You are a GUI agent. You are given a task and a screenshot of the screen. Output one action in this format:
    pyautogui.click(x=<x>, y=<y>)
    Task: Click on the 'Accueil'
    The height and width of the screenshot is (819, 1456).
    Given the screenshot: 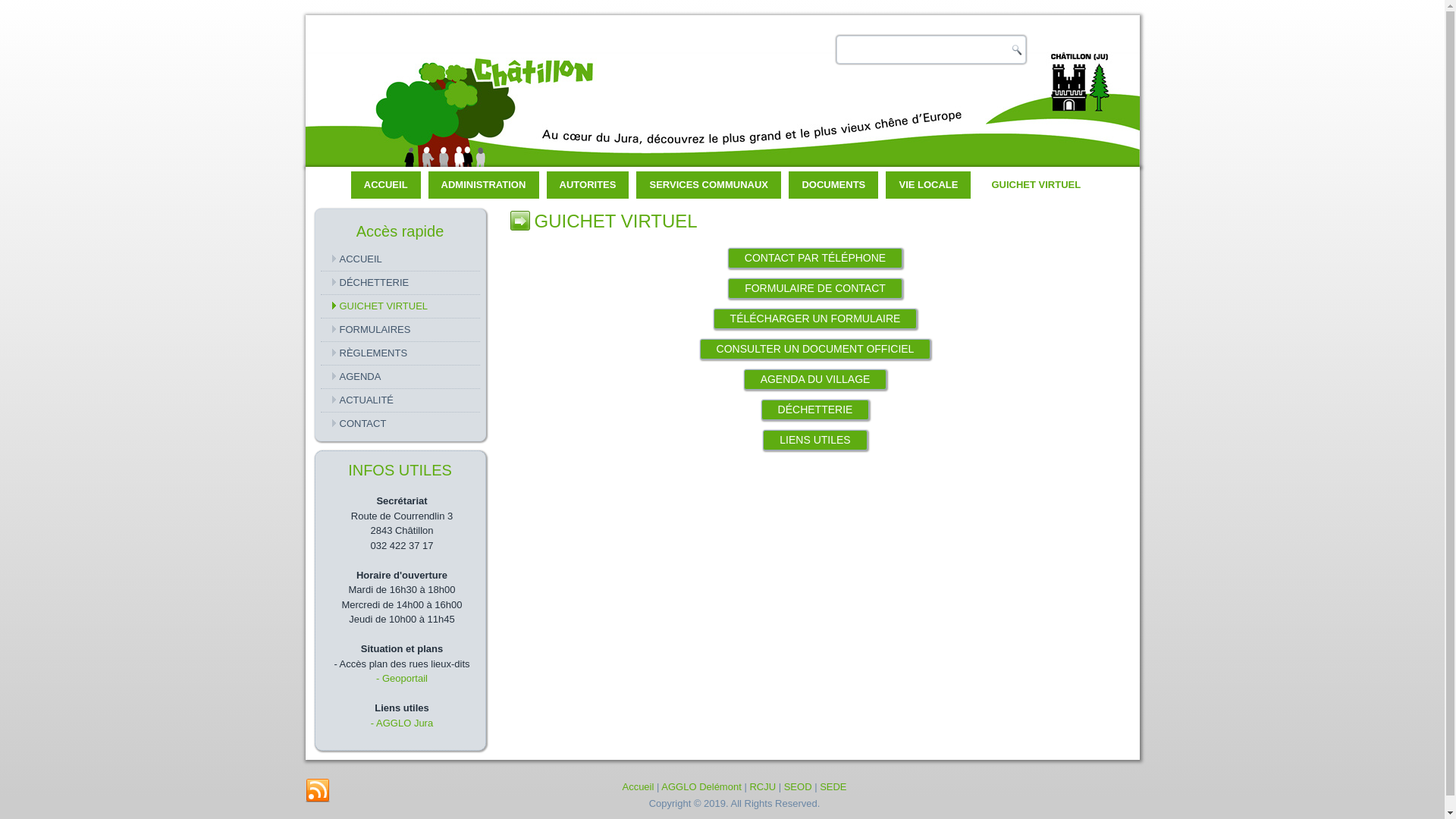 What is the action you would take?
    pyautogui.click(x=637, y=786)
    